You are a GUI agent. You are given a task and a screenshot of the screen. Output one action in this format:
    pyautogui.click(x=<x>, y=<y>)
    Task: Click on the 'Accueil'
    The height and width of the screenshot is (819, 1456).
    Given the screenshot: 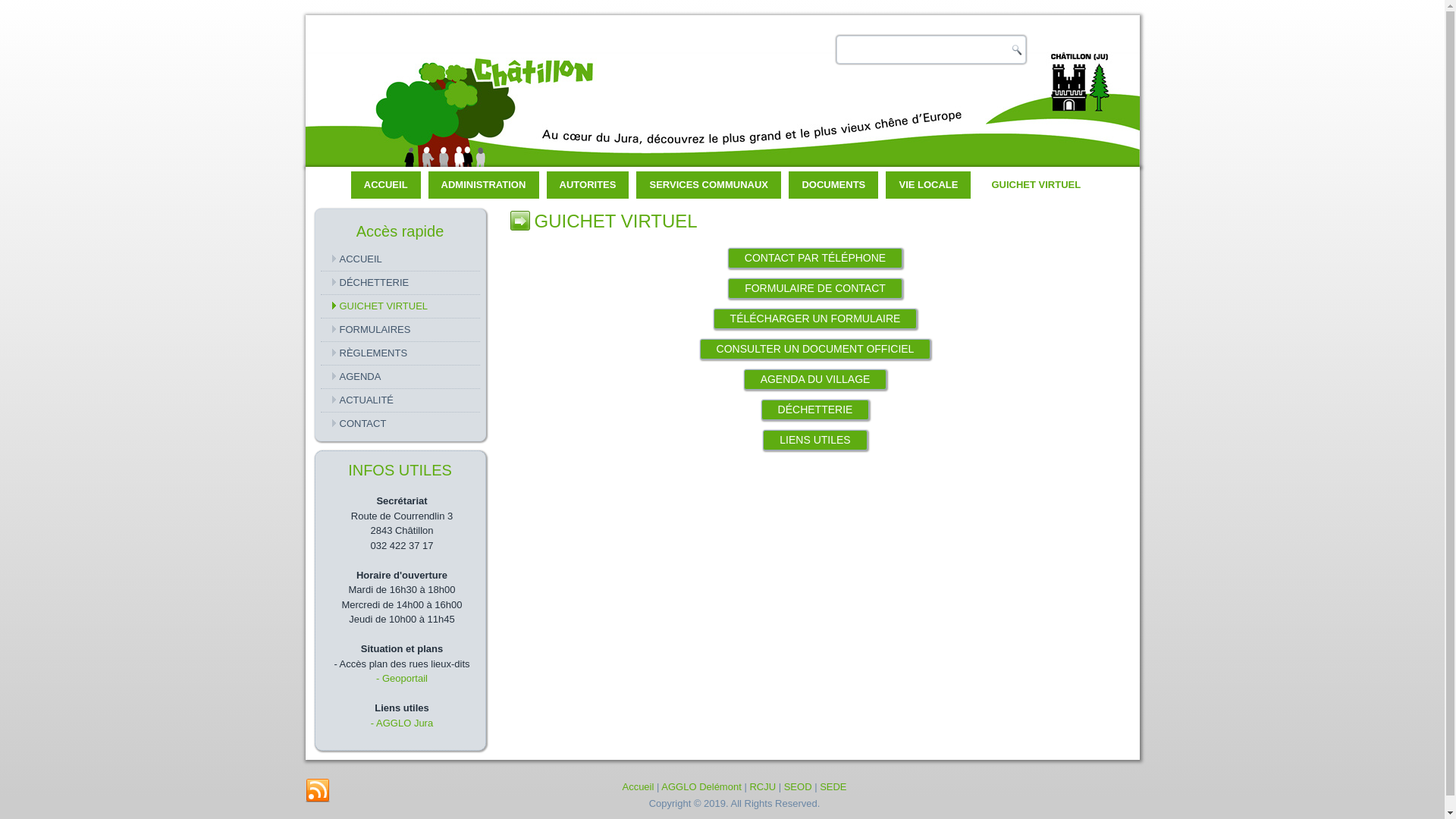 What is the action you would take?
    pyautogui.click(x=637, y=786)
    